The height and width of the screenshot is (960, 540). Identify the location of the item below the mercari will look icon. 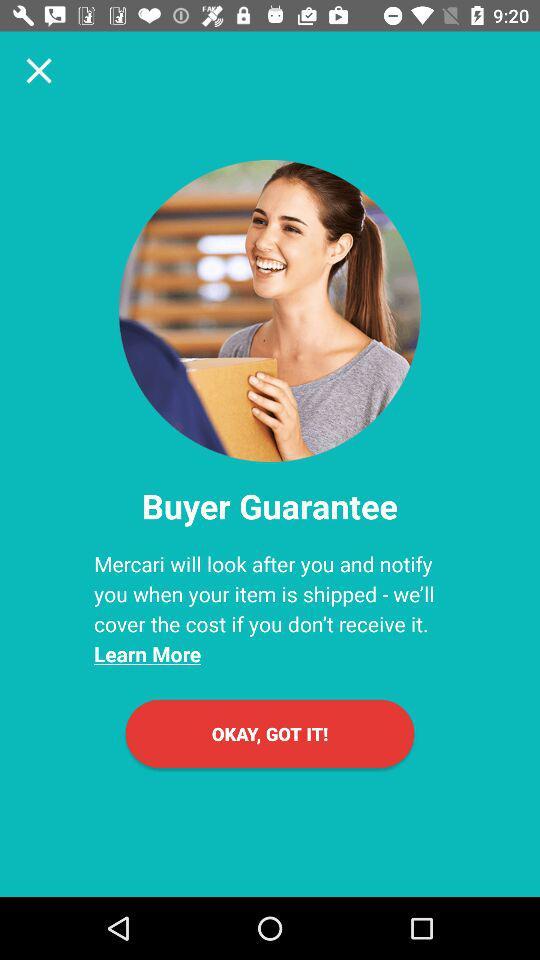
(270, 732).